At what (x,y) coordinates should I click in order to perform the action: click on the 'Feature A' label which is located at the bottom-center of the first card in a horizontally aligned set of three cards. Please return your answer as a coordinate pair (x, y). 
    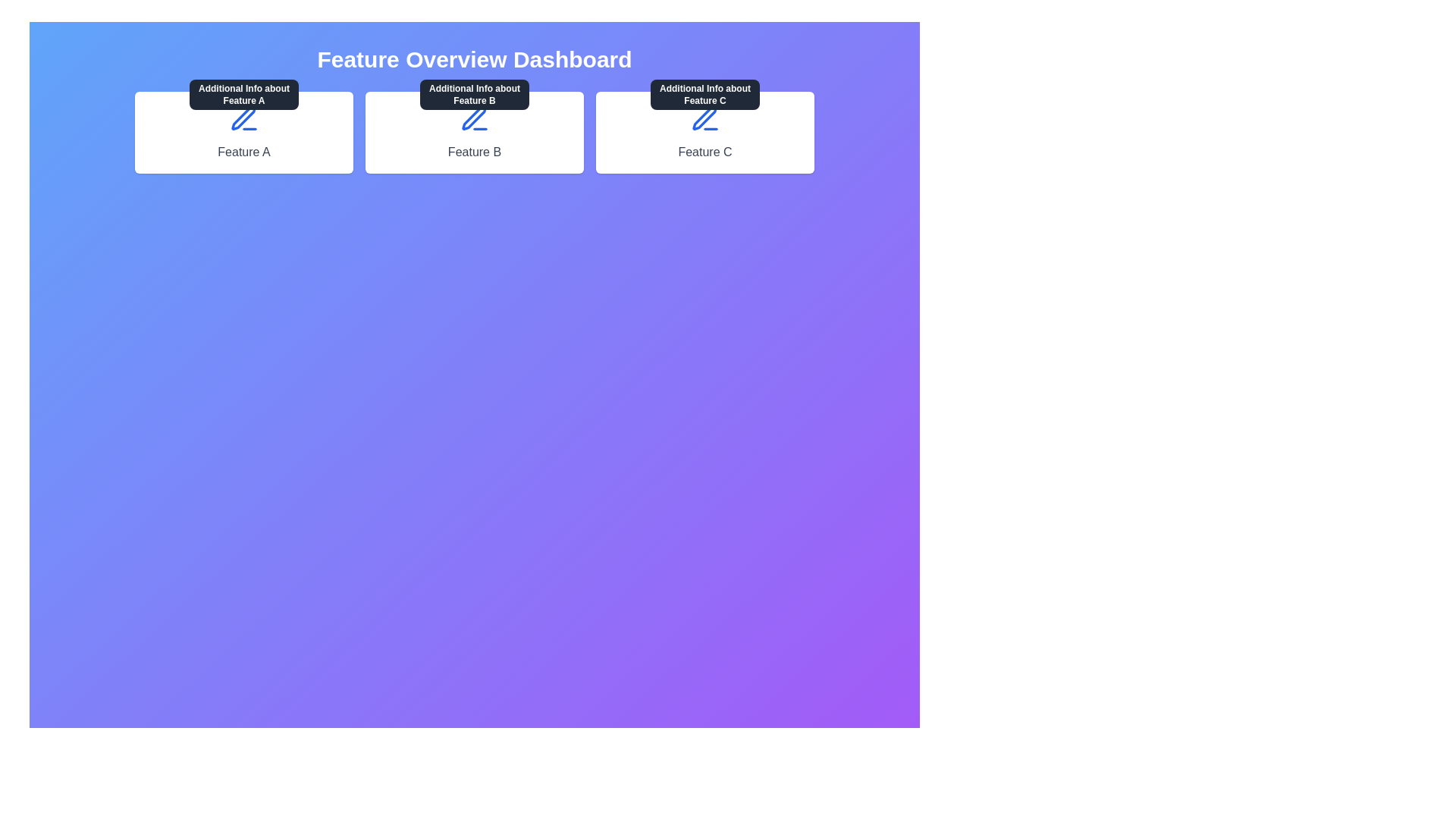
    Looking at the image, I should click on (243, 152).